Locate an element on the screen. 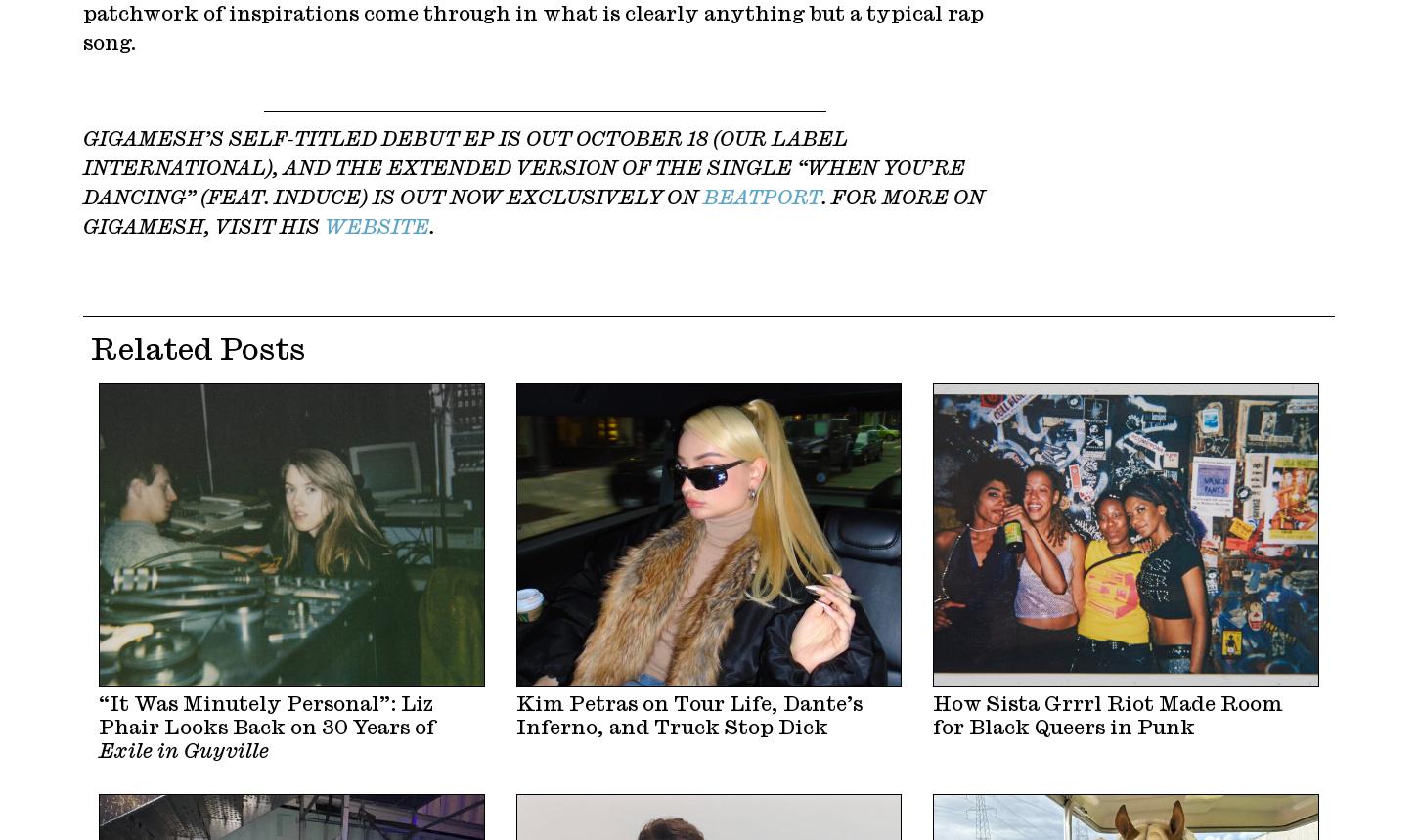 The height and width of the screenshot is (840, 1418). 'WEBSITE' is located at coordinates (325, 227).